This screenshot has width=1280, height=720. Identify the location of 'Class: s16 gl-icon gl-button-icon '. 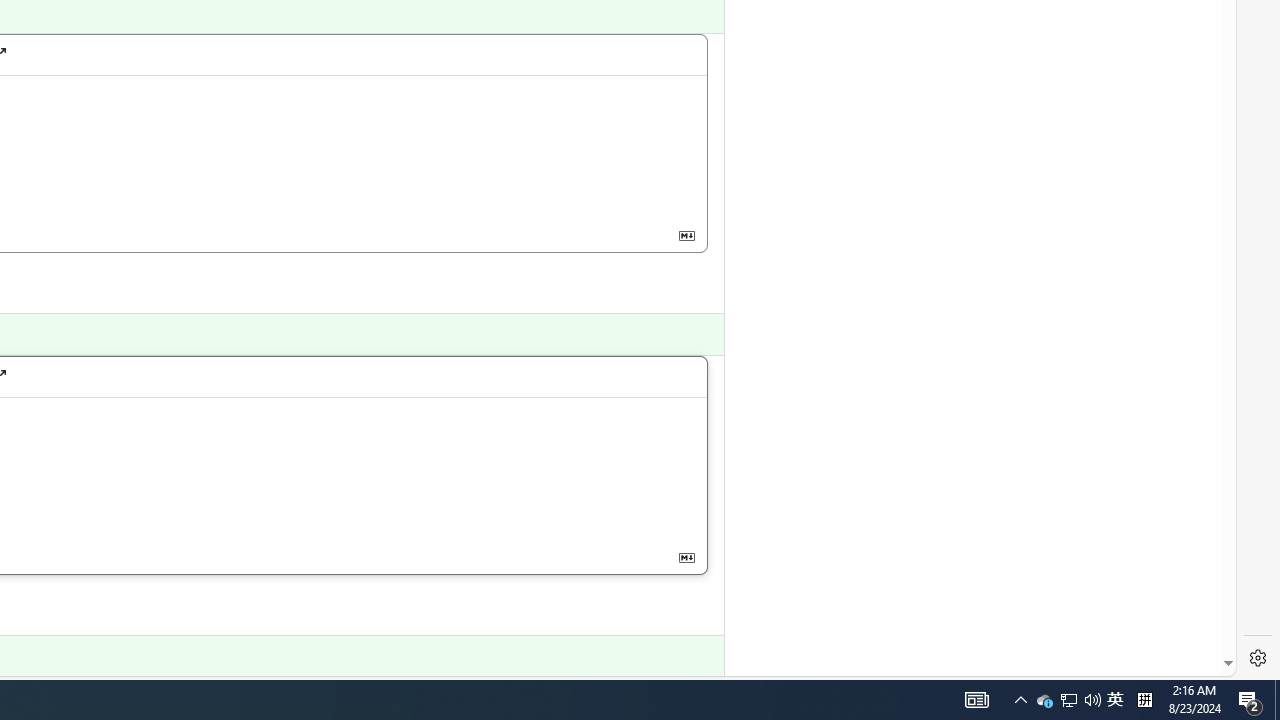
(686, 557).